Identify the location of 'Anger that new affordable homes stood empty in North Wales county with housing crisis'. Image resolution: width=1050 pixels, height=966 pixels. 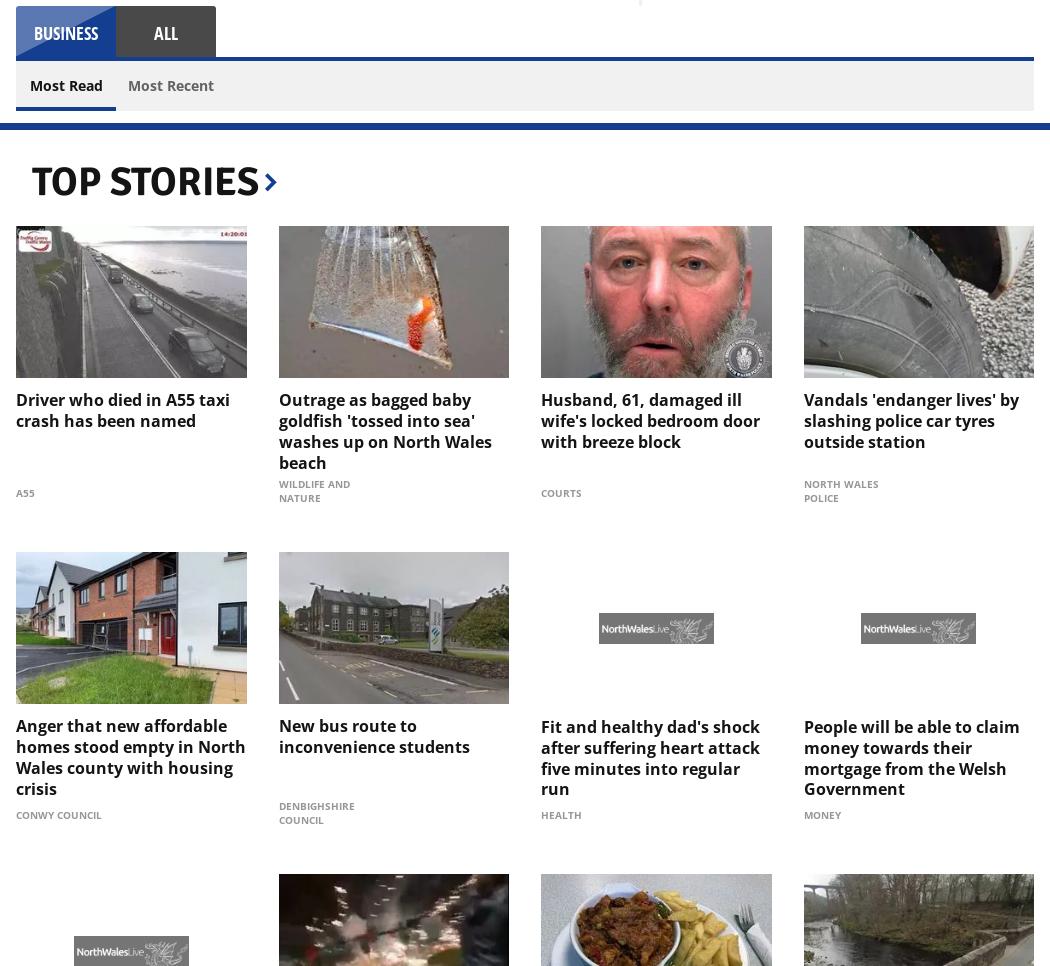
(15, 756).